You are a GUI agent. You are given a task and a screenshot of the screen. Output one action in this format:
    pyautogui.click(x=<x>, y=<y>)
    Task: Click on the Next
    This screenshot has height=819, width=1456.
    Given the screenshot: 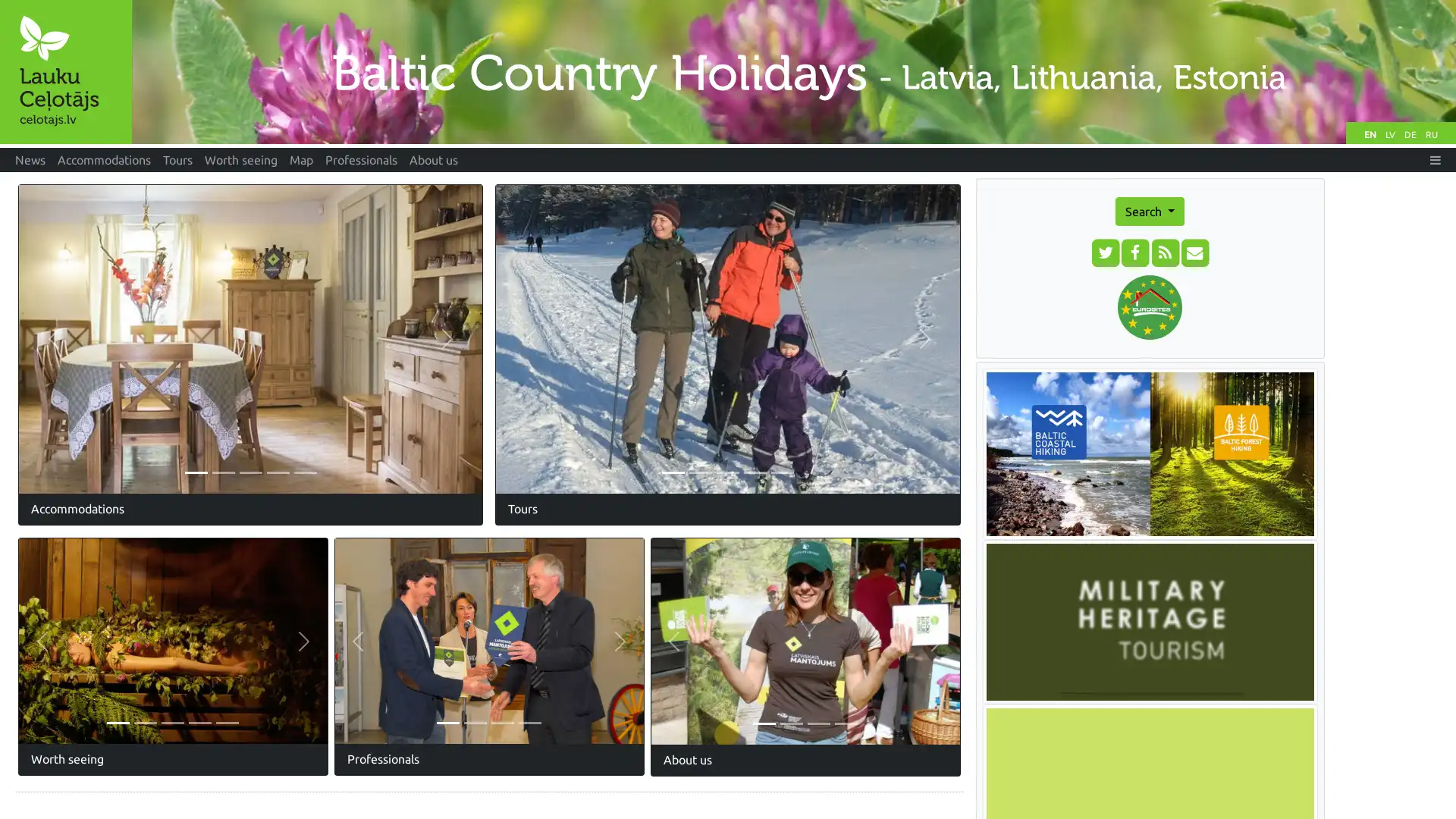 What is the action you would take?
    pyautogui.click(x=924, y=338)
    